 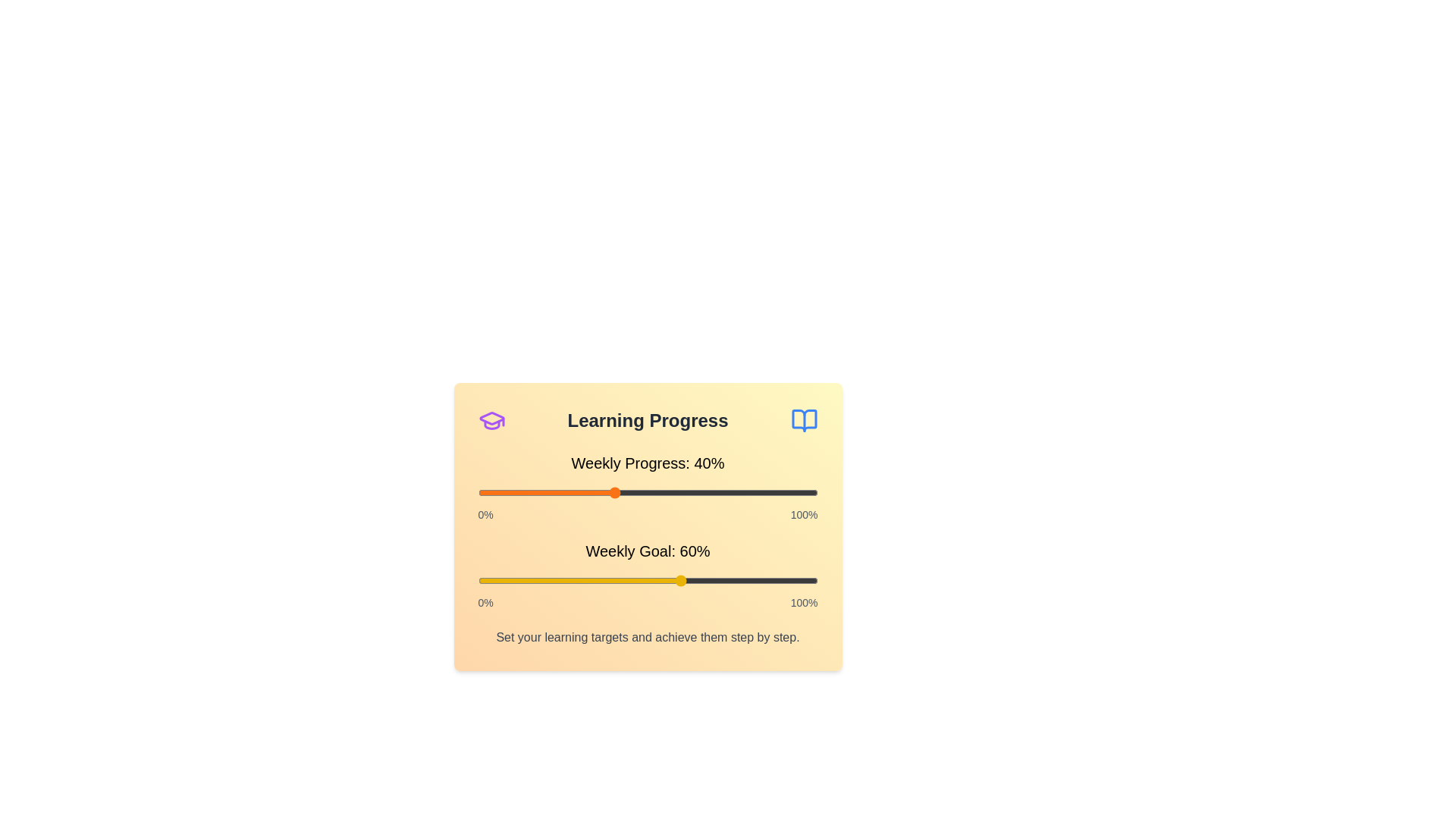 What do you see at coordinates (753, 580) in the screenshot?
I see `the 'Weekly Goal' slider to 81%` at bounding box center [753, 580].